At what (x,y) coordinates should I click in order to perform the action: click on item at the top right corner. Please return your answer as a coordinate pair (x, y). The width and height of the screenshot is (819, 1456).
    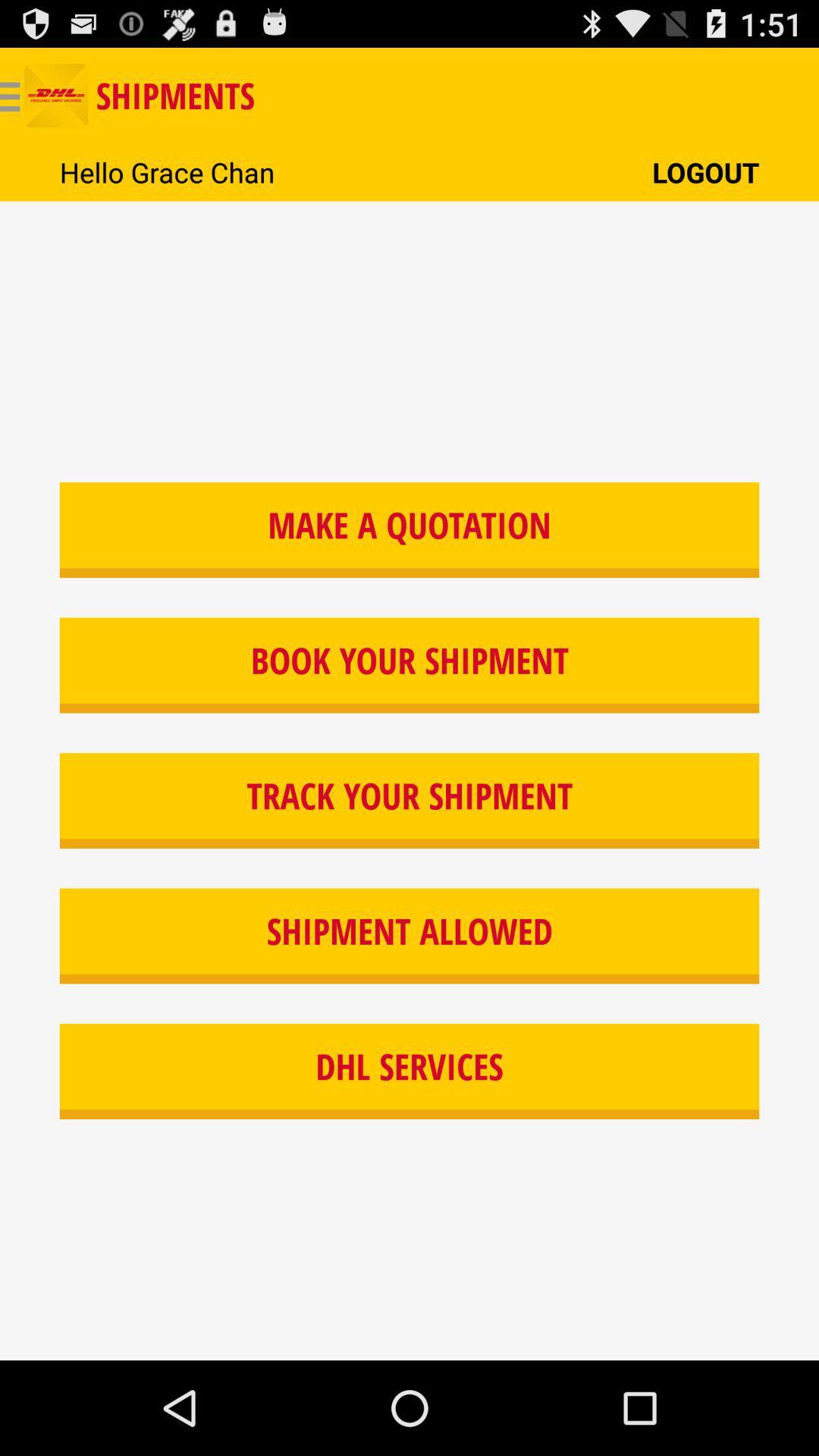
    Looking at the image, I should click on (705, 172).